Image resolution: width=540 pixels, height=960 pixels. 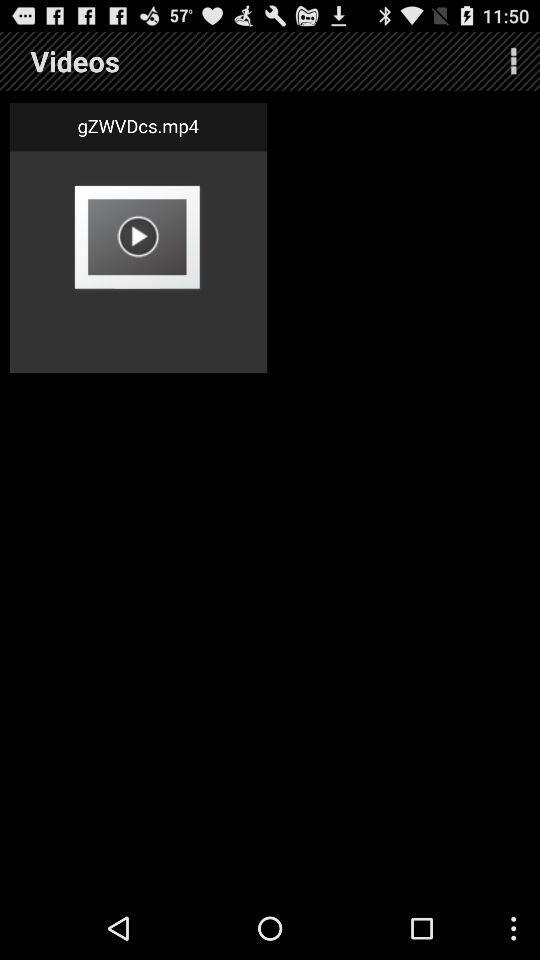 I want to click on the button below gzwvdcs.mp4, so click(x=137, y=236).